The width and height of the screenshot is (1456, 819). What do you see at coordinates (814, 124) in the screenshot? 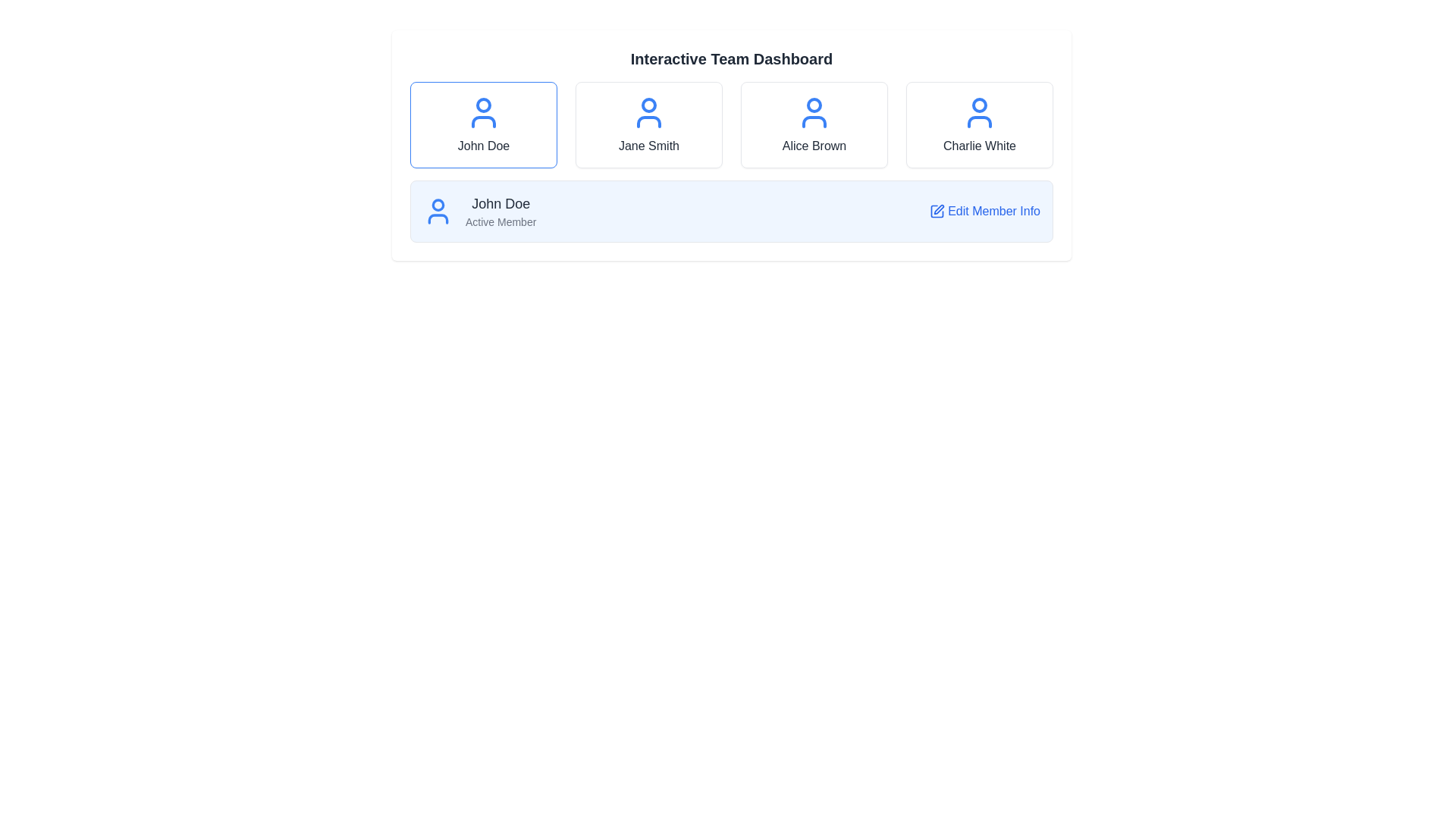
I see `the User profile card for Alice Brown, which is a rectangular panel with a light background and a blue user icon above the name in bold dark gray font, to focus on it` at bounding box center [814, 124].